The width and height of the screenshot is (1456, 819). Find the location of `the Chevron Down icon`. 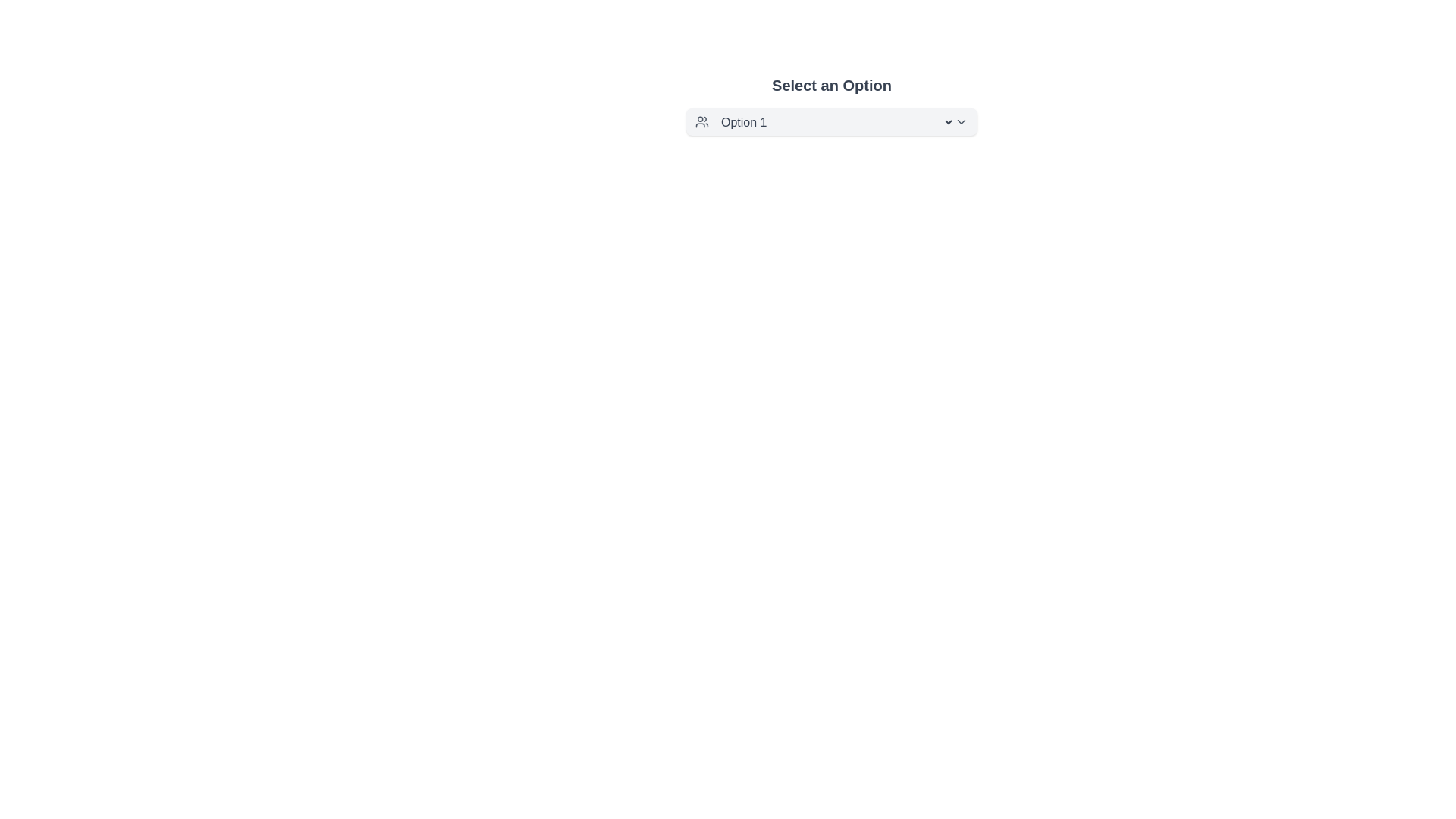

the Chevron Down icon is located at coordinates (960, 121).